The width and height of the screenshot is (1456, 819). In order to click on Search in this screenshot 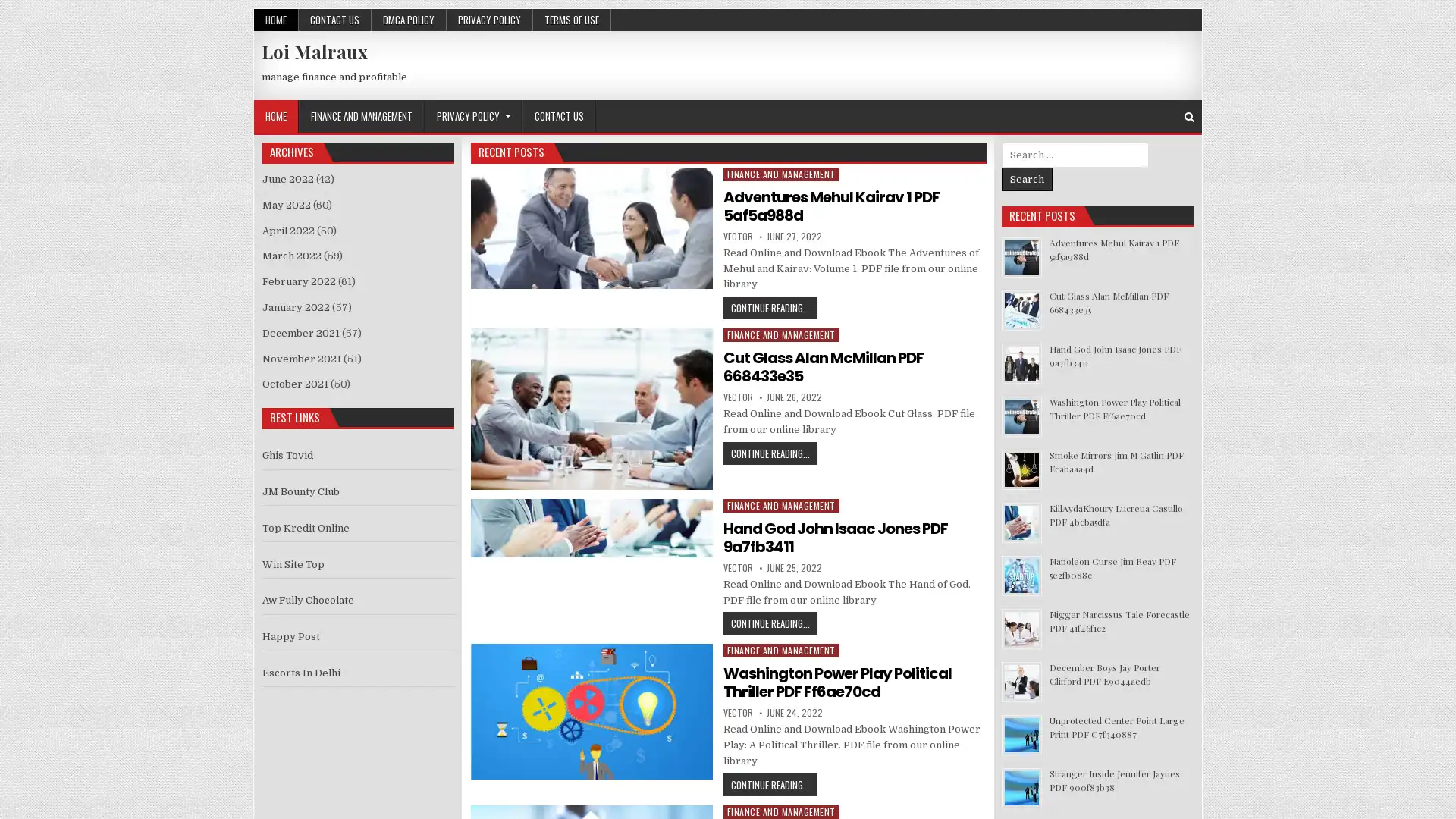, I will do `click(1027, 178)`.